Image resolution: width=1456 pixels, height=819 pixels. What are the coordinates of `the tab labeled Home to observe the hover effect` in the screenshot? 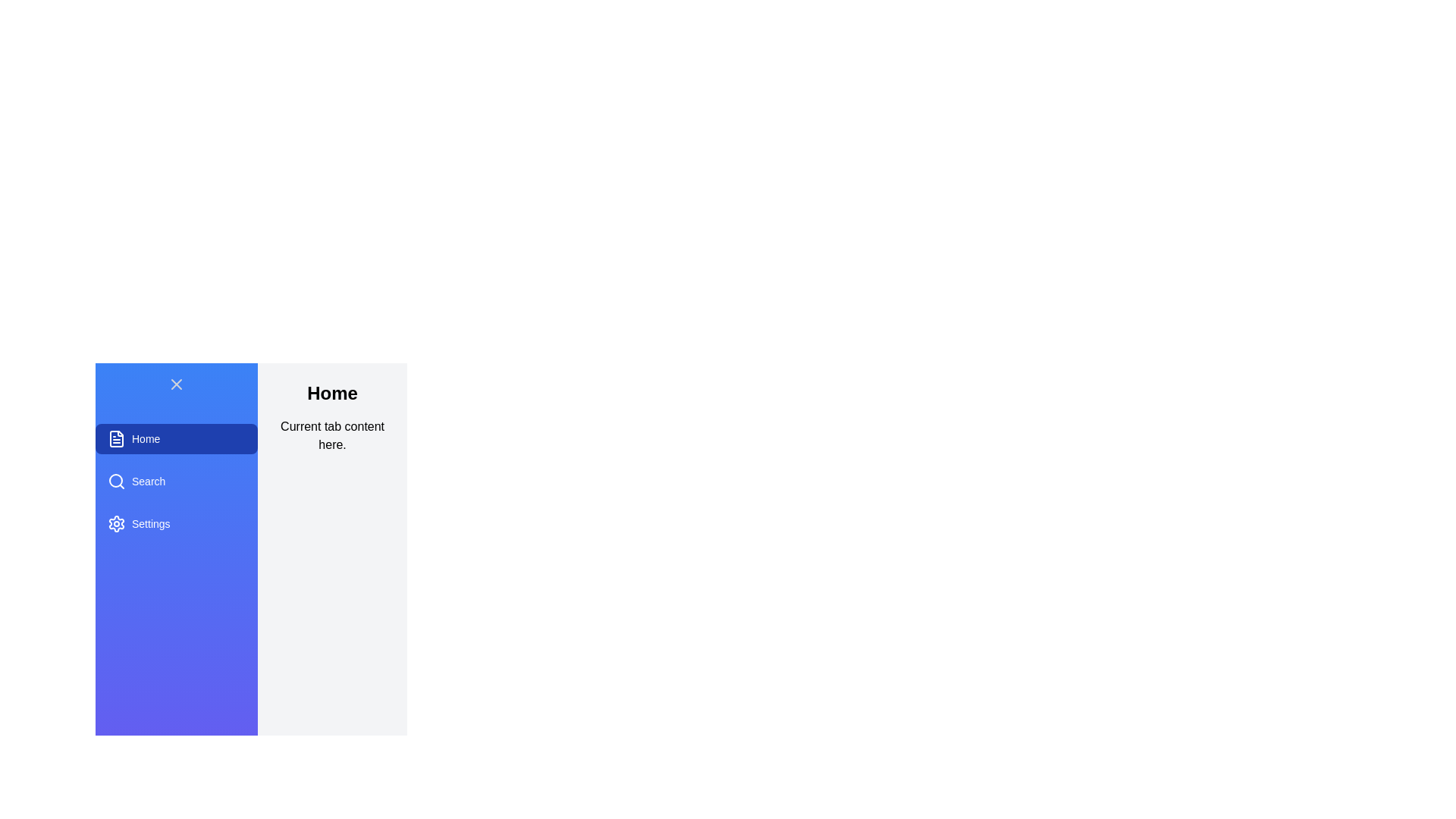 It's located at (177, 438).